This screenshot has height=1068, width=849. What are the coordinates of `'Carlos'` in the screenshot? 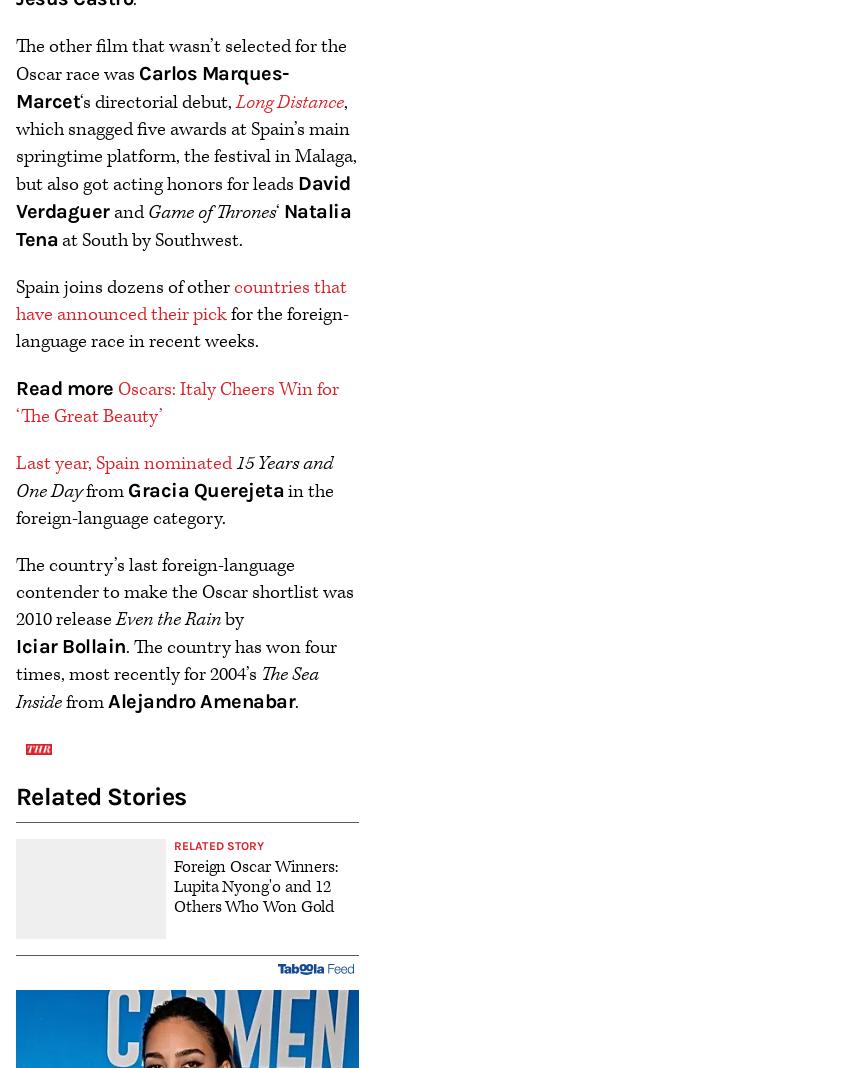 It's located at (169, 71).